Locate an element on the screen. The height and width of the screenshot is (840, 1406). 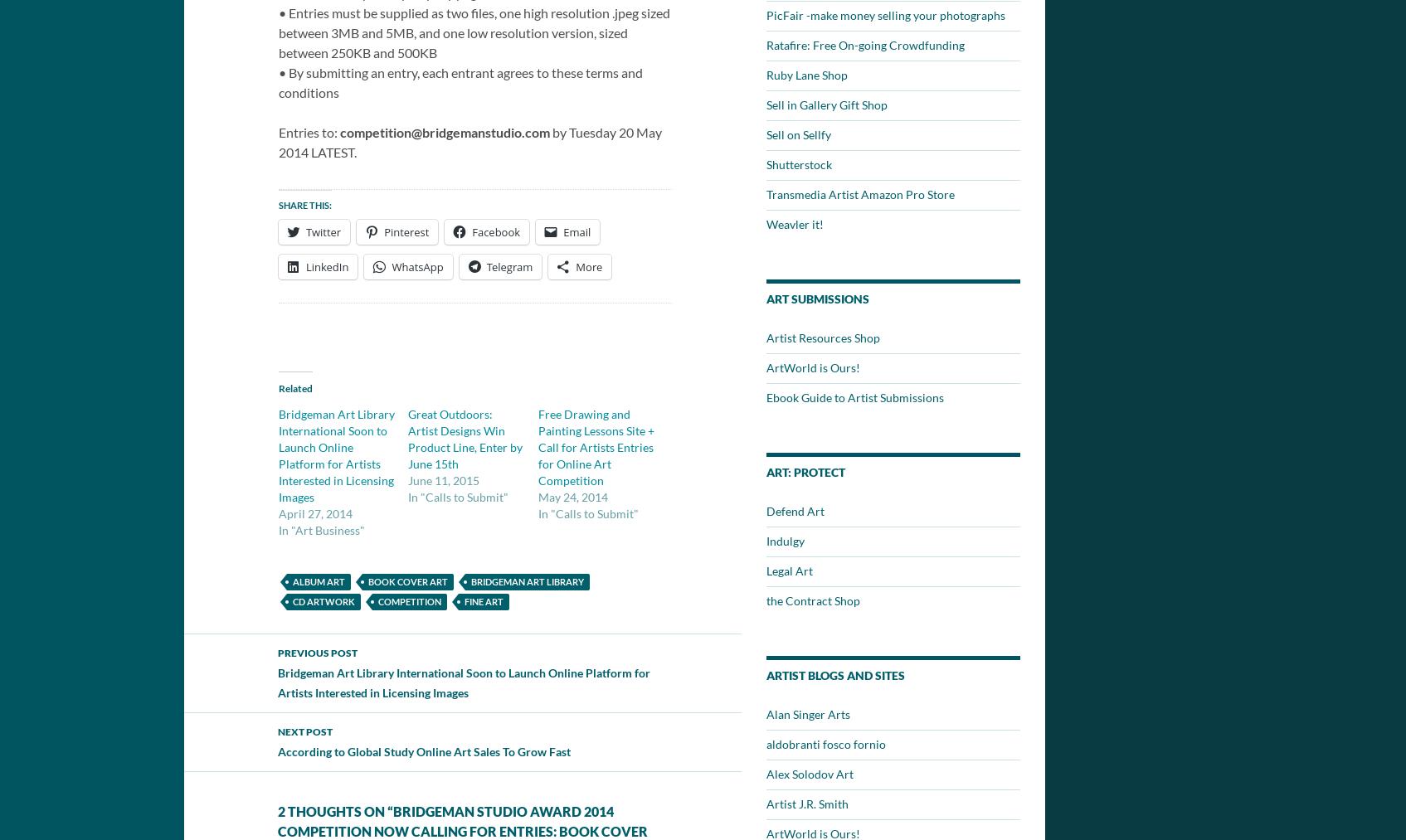
'PicFair -make money selling your photographs' is located at coordinates (886, 14).